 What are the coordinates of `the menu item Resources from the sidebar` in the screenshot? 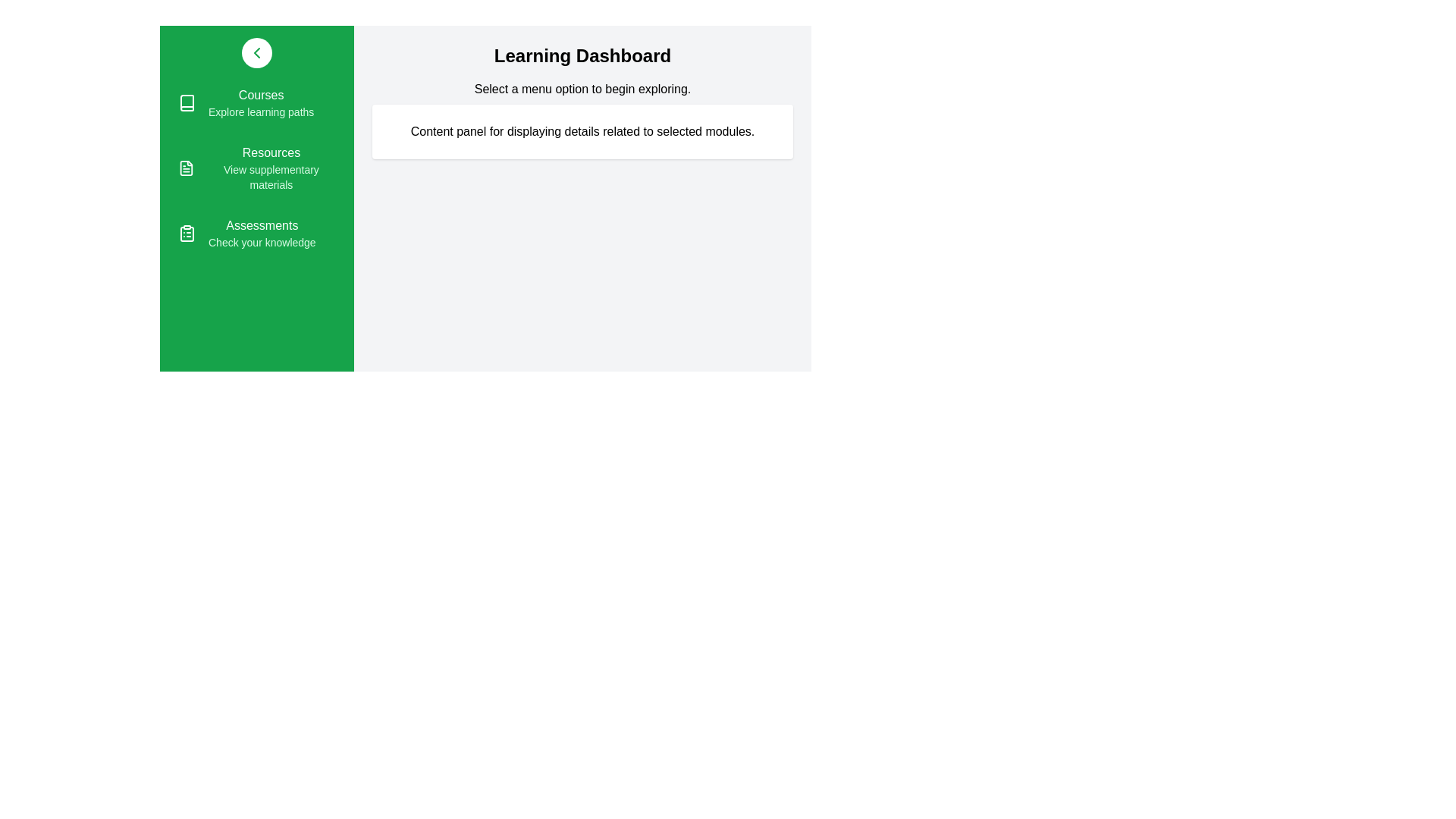 It's located at (257, 168).